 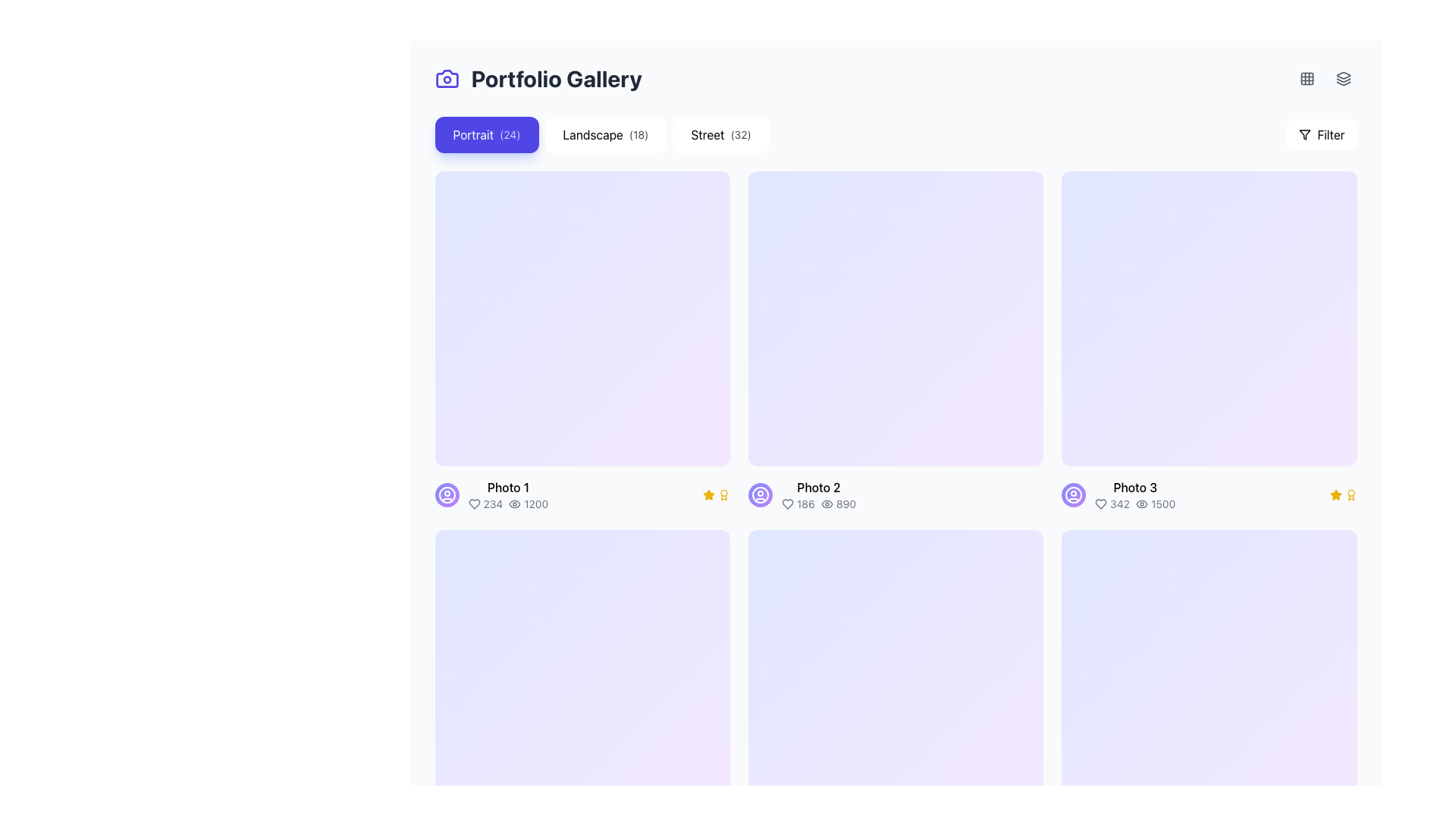 I want to click on the Card element labeled 'Photo 3', so click(x=1208, y=495).